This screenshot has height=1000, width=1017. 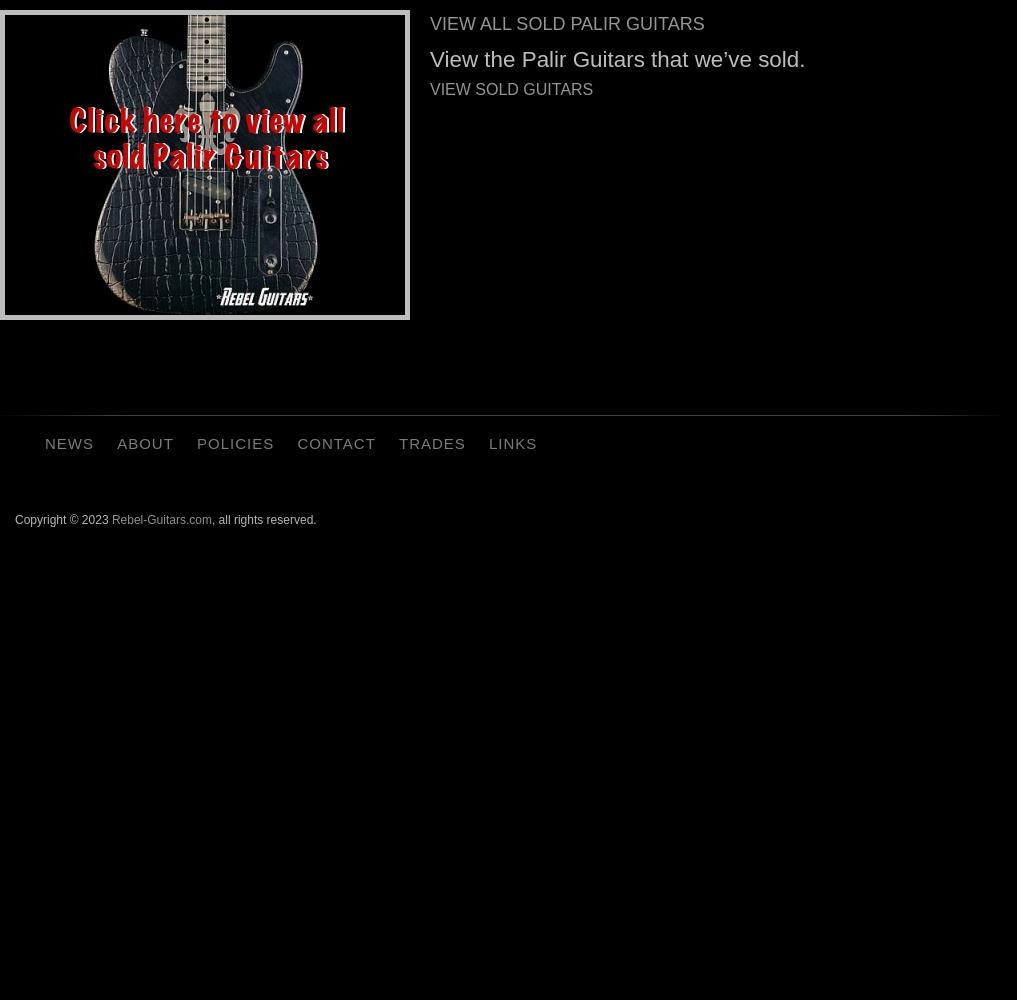 I want to click on 'Policies', so click(x=234, y=442).